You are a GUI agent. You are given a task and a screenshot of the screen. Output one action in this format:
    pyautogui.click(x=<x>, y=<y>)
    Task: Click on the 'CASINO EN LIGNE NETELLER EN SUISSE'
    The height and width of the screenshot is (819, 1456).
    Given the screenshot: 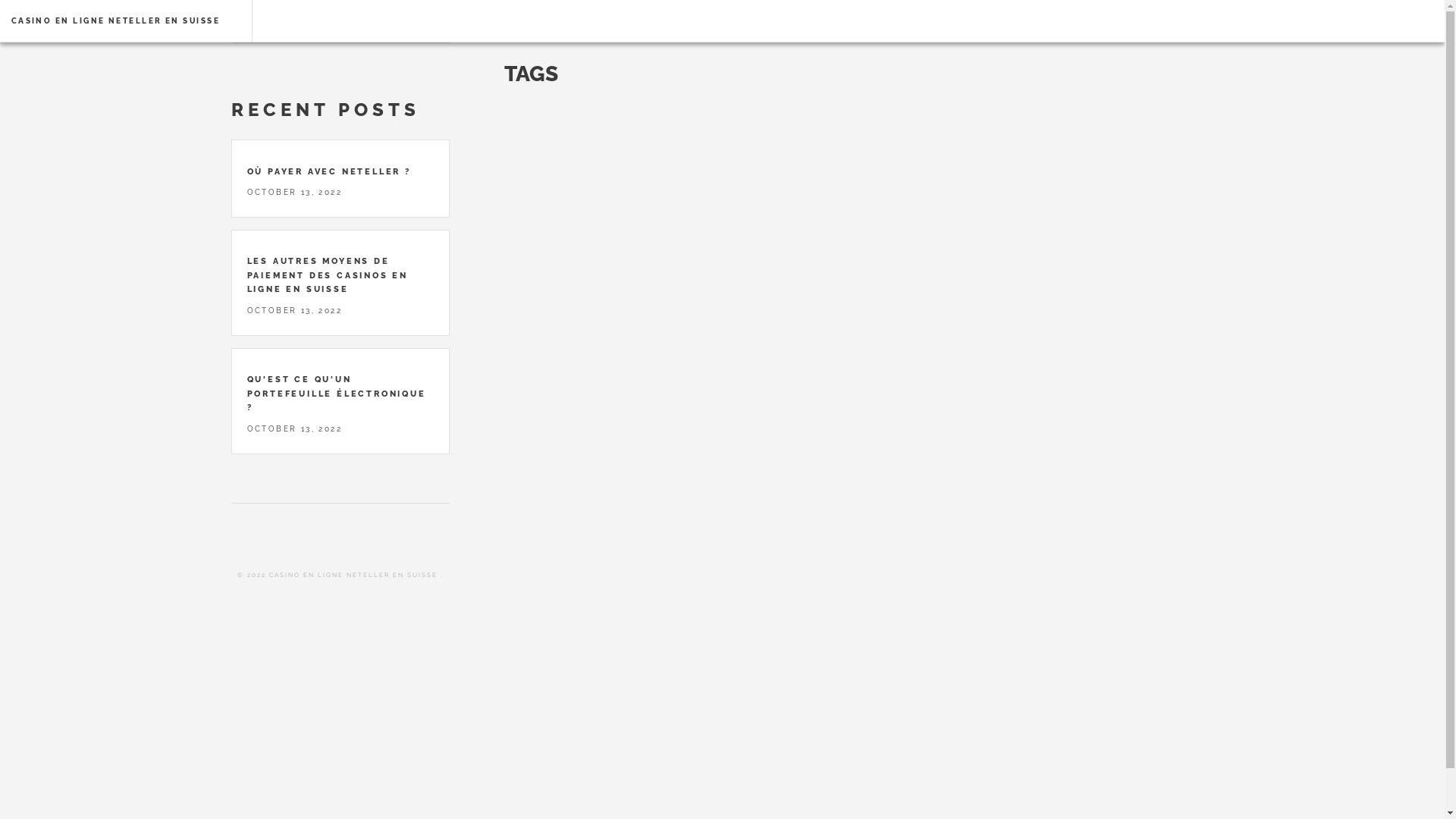 What is the action you would take?
    pyautogui.click(x=115, y=20)
    